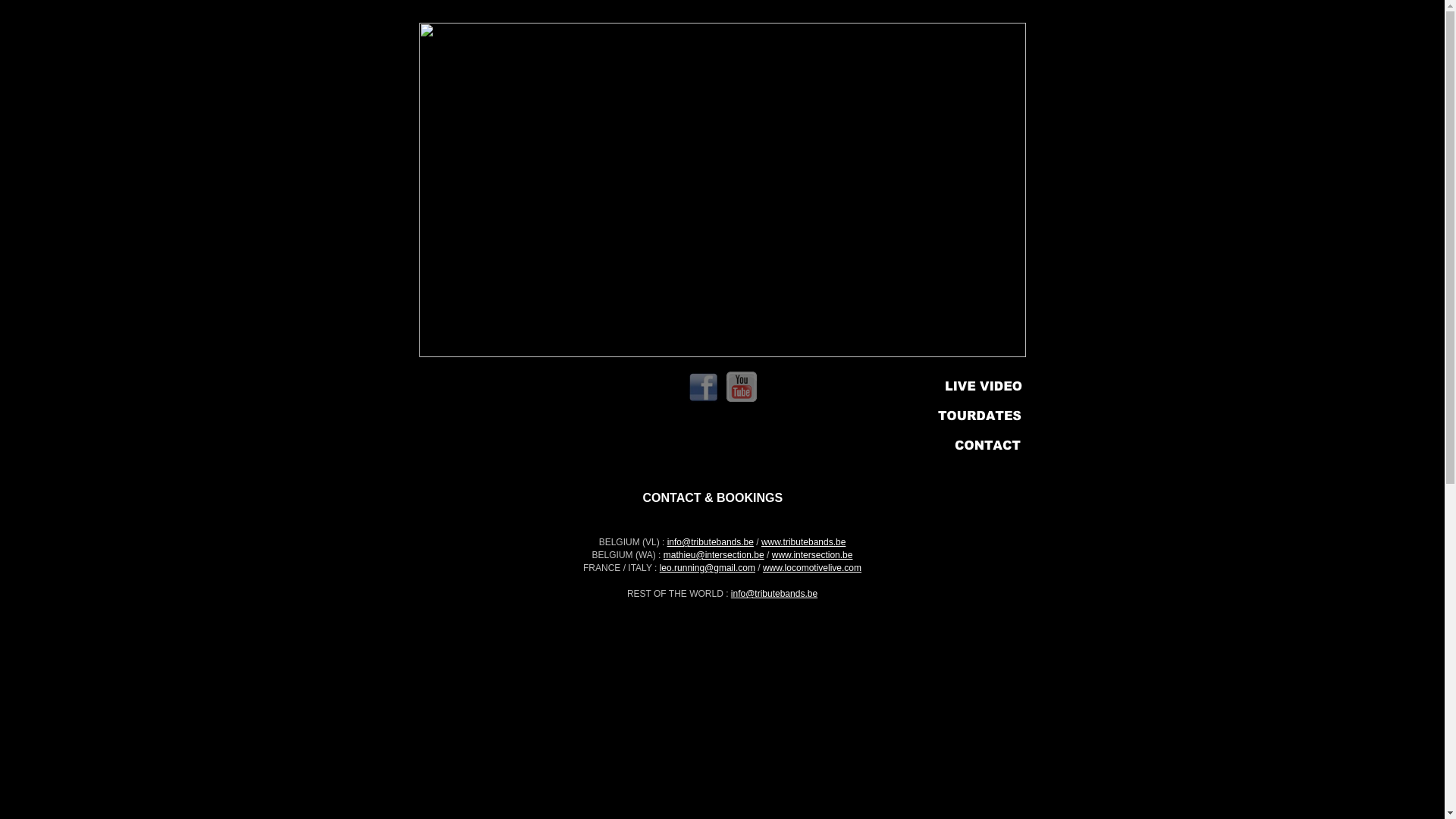 Image resolution: width=1456 pixels, height=819 pixels. I want to click on 'www.intersection.be', so click(811, 555).